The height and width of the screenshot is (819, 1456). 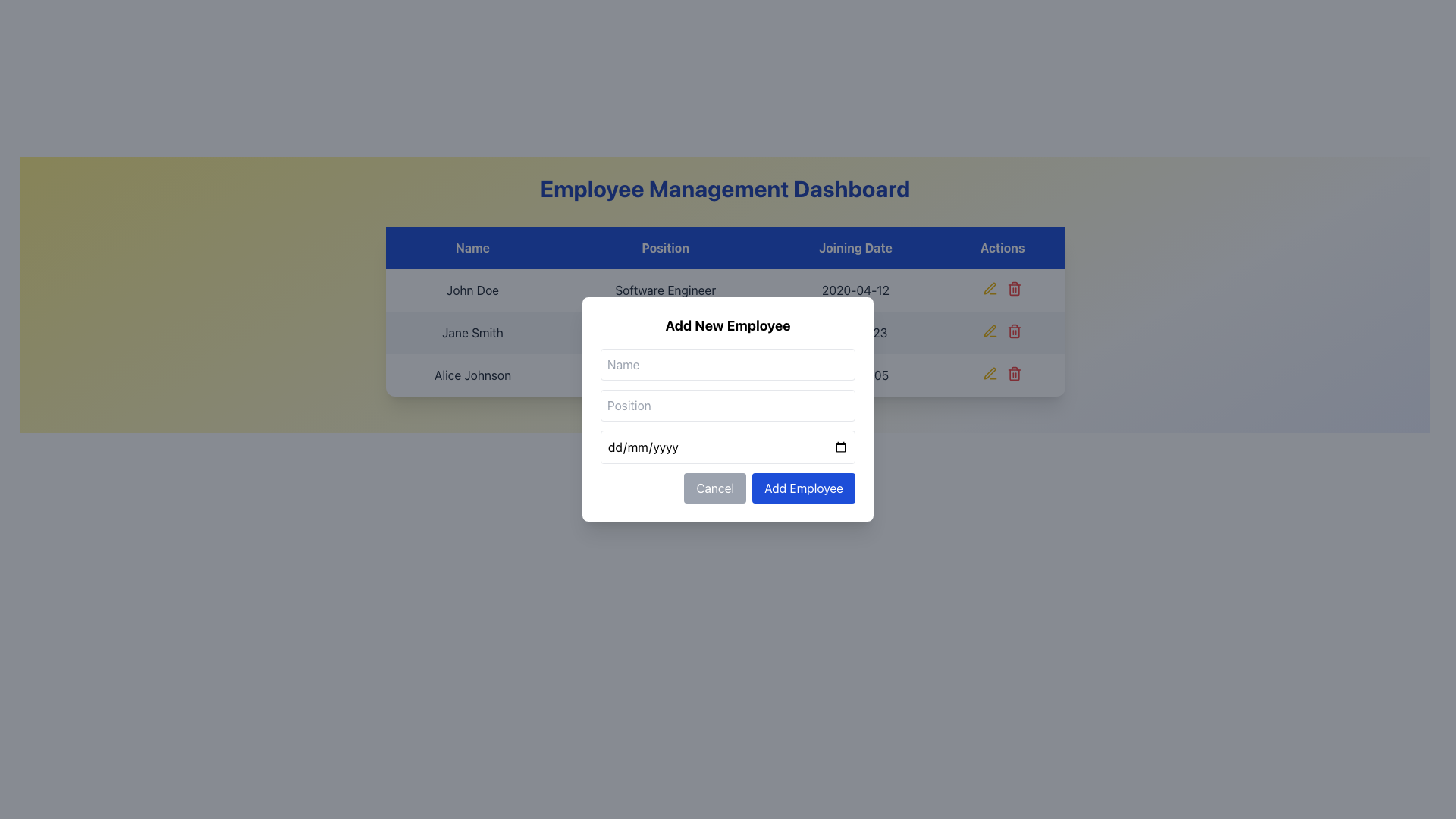 I want to click on the text label representing an individual's profile or record in the first column of the first row of the table, so click(x=472, y=290).